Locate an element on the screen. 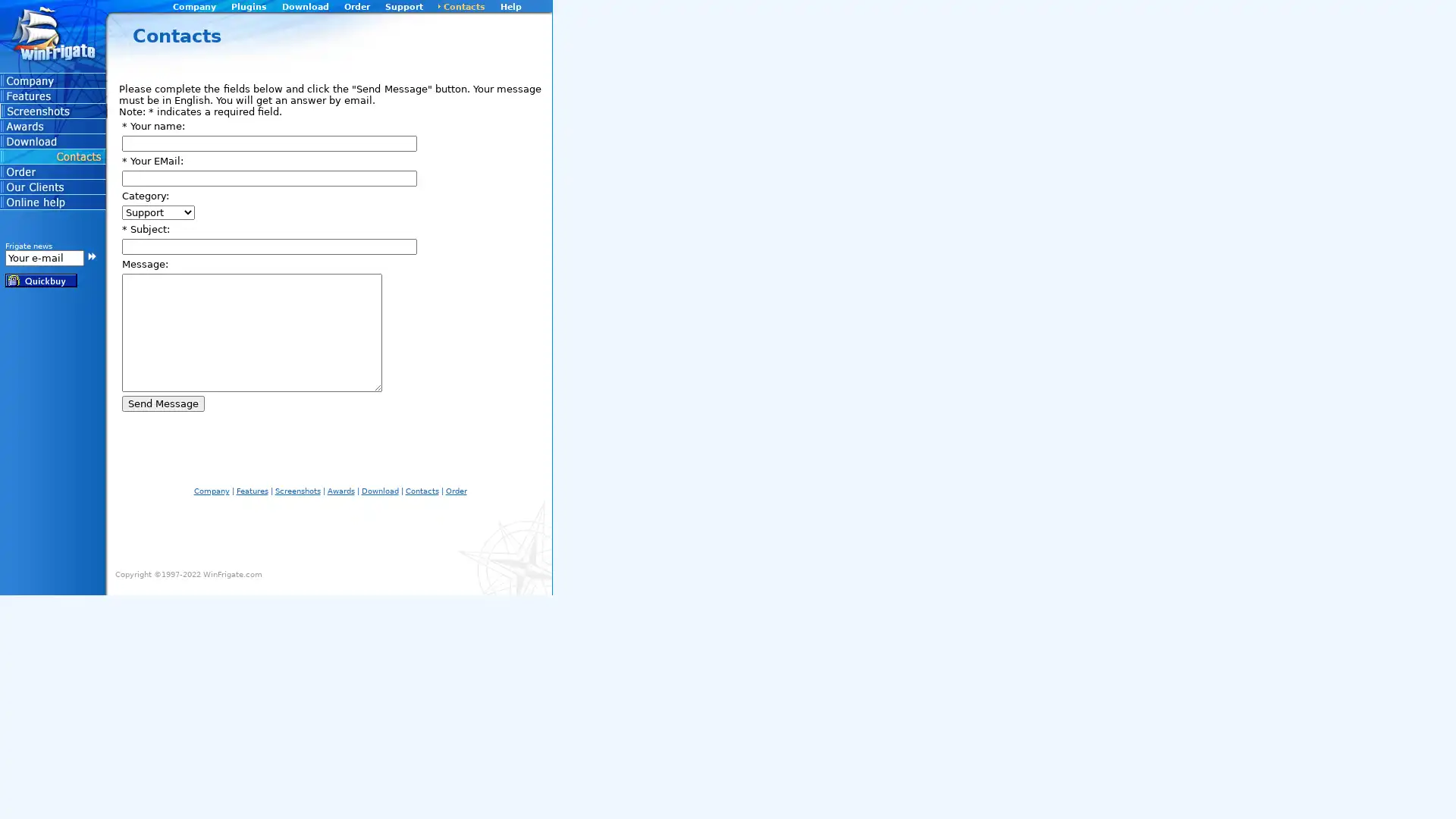  go is located at coordinates (91, 254).